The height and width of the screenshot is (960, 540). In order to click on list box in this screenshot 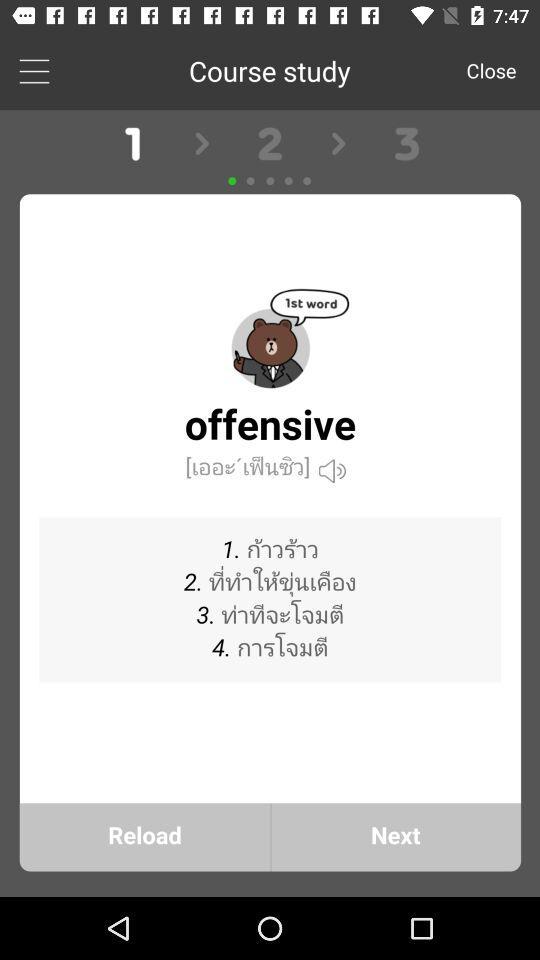, I will do `click(33, 70)`.